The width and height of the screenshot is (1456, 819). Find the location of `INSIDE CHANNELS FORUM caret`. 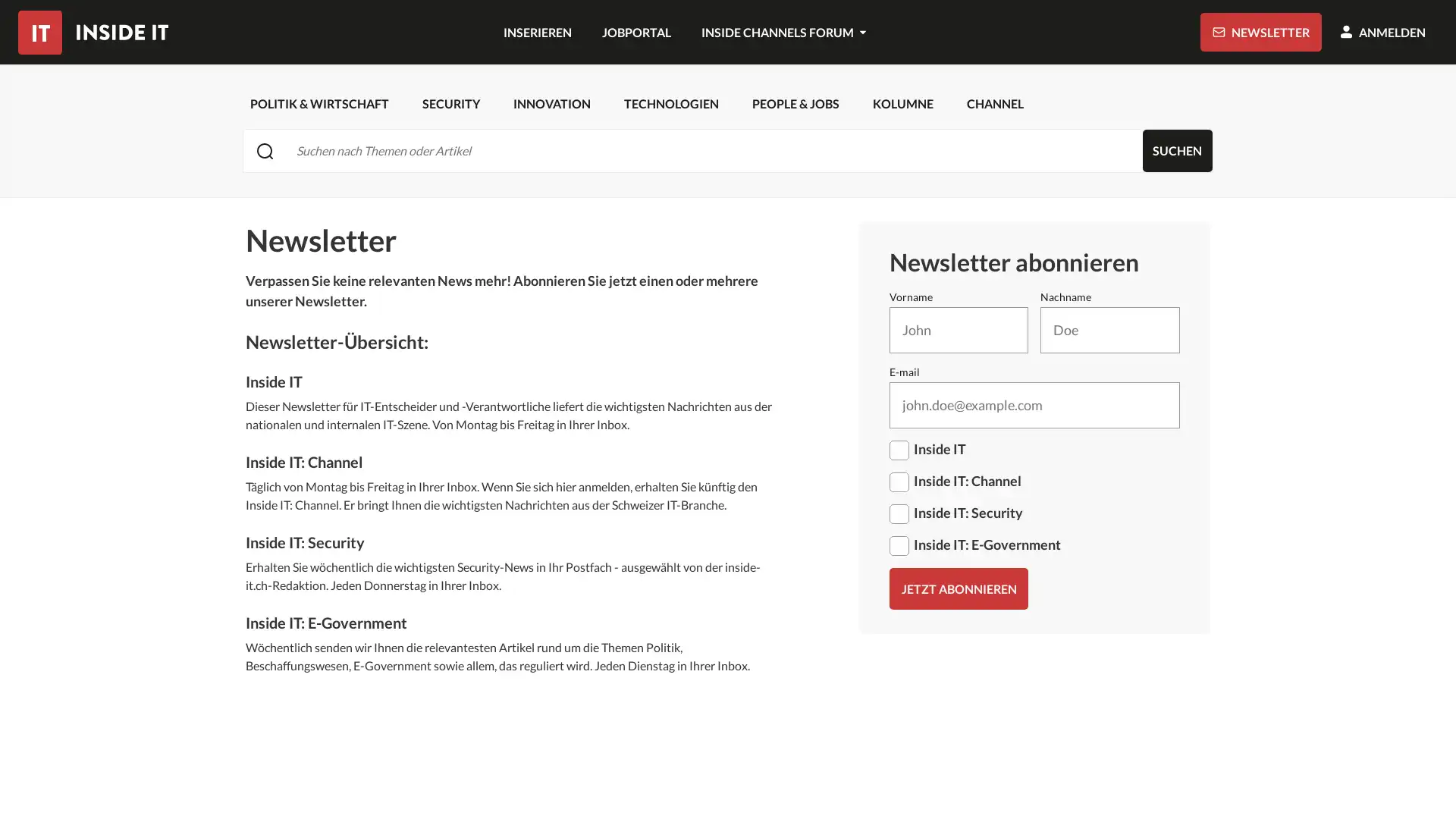

INSIDE CHANNELS FORUM caret is located at coordinates (783, 32).